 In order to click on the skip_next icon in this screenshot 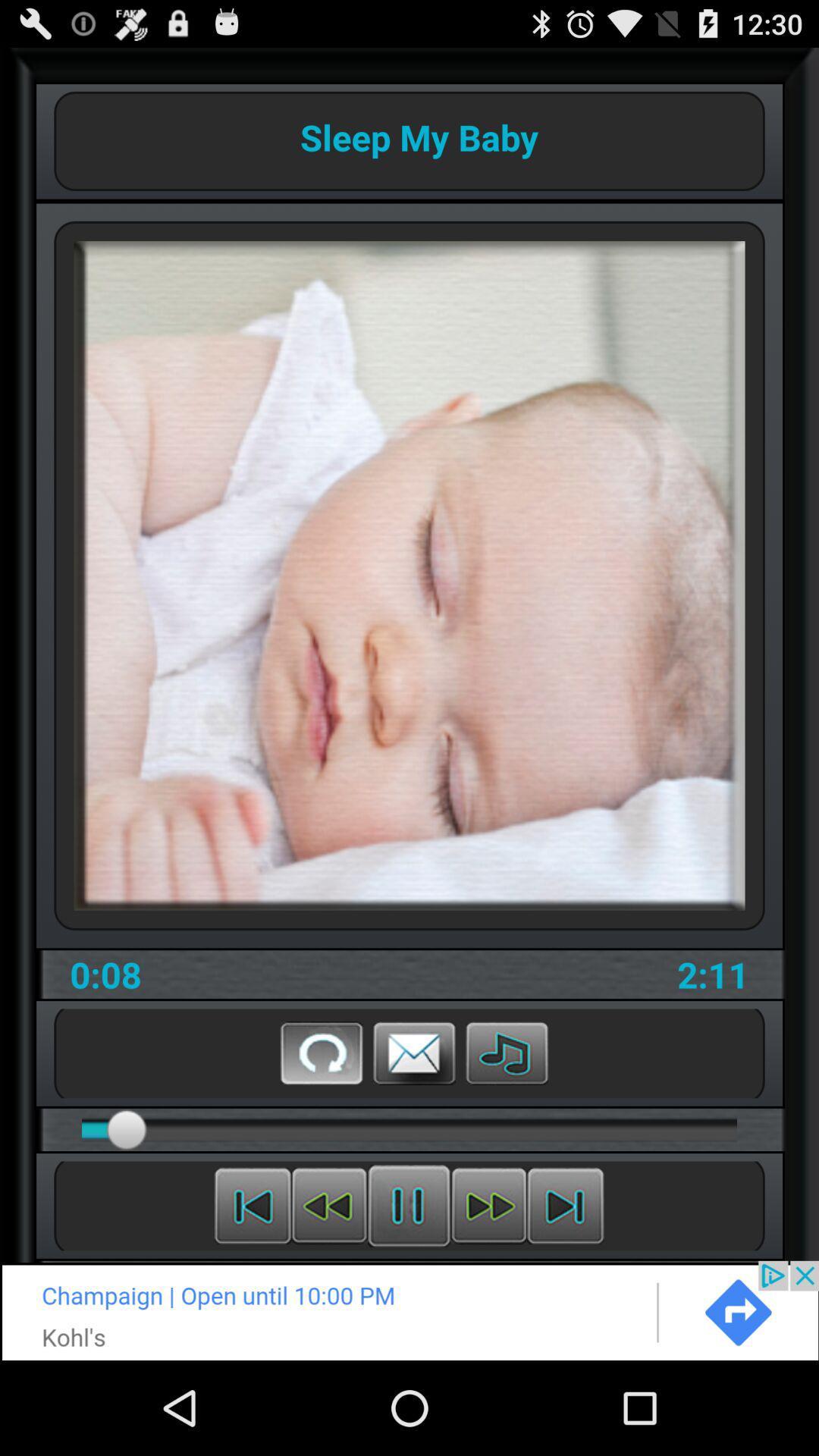, I will do `click(565, 1290)`.